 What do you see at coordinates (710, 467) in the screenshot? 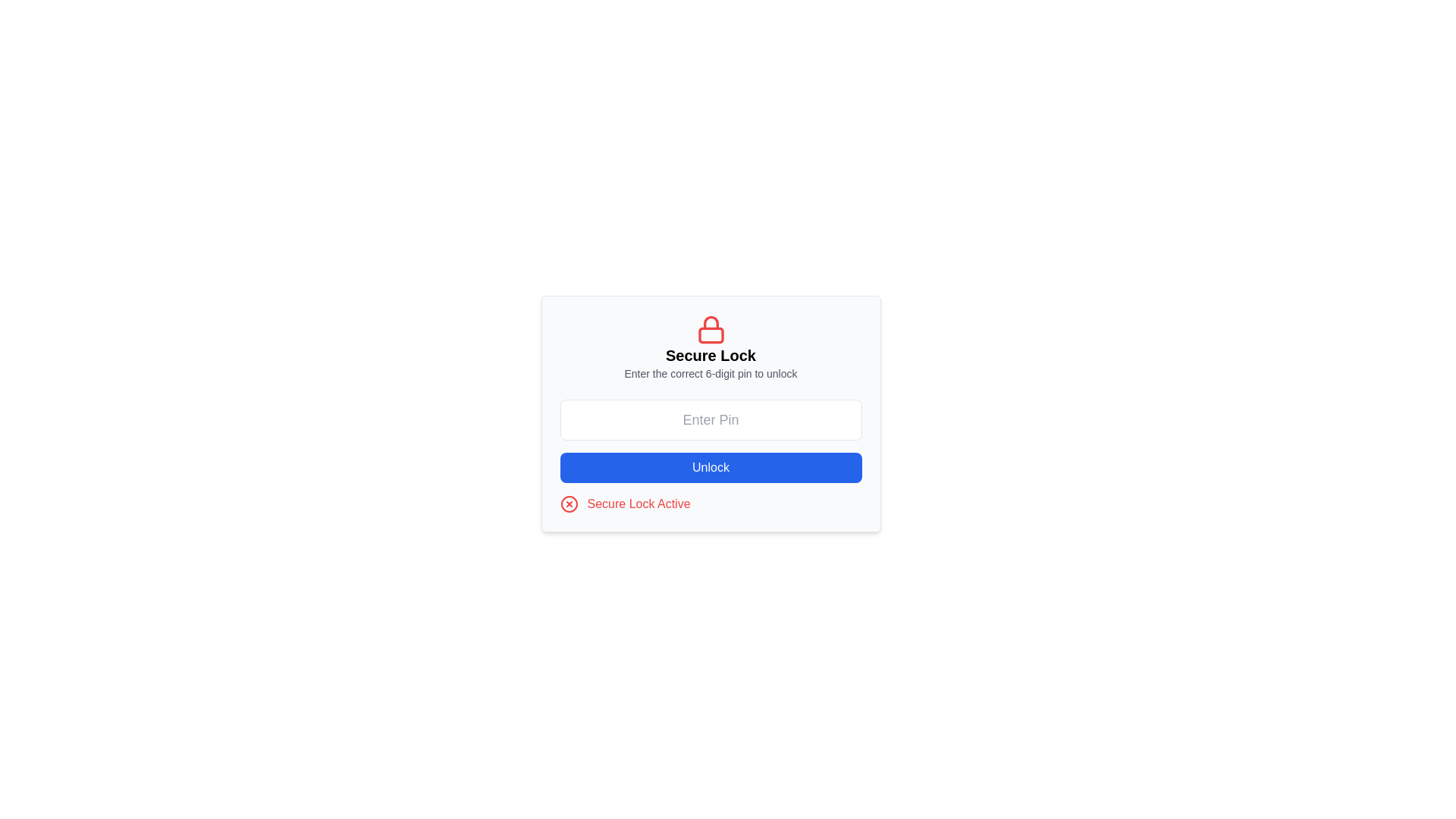
I see `the blue 'Unlock' button with rounded corners, located within the 'Secure Lock' card` at bounding box center [710, 467].